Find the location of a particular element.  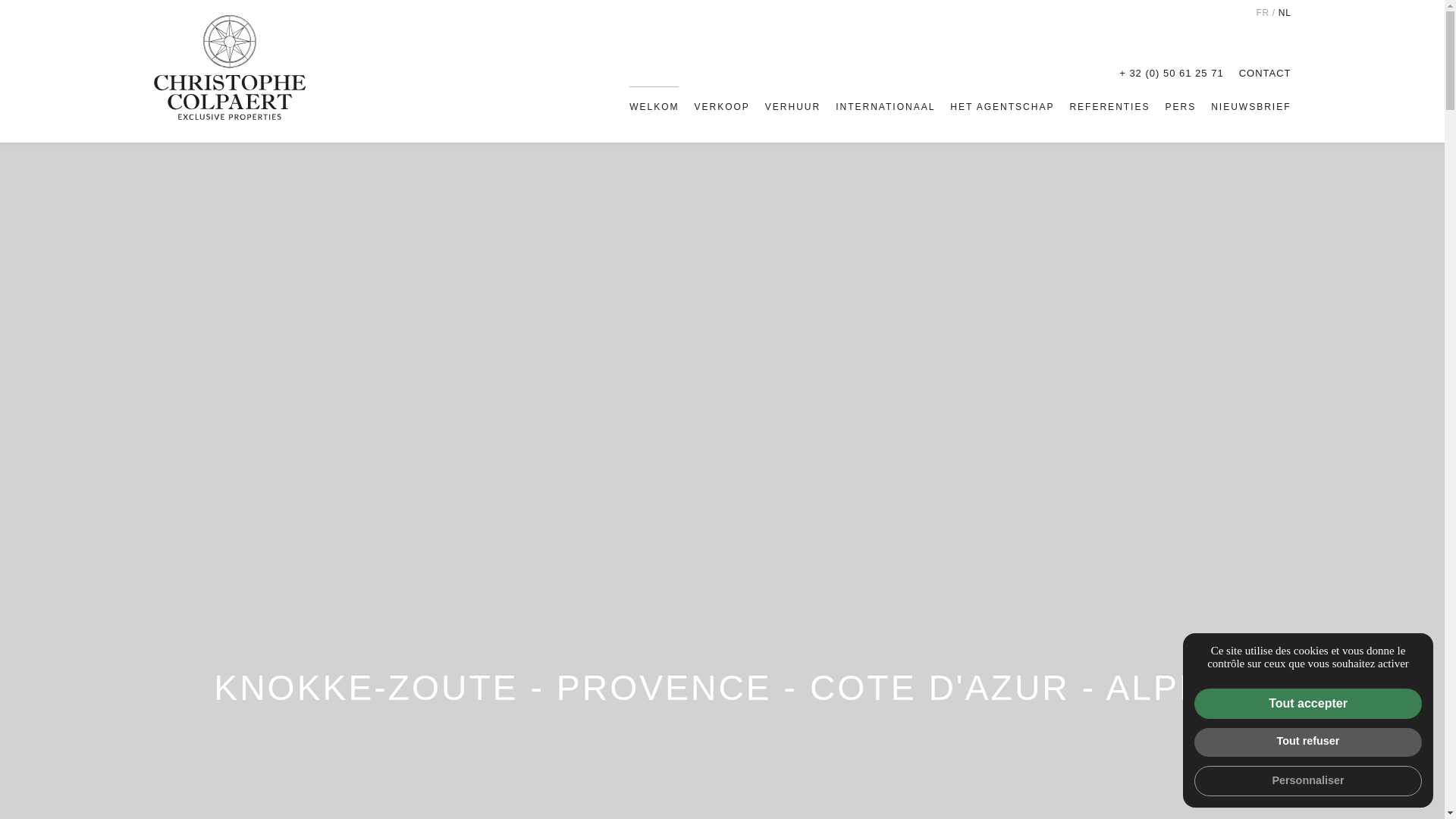

'PERS' is located at coordinates (1179, 106).